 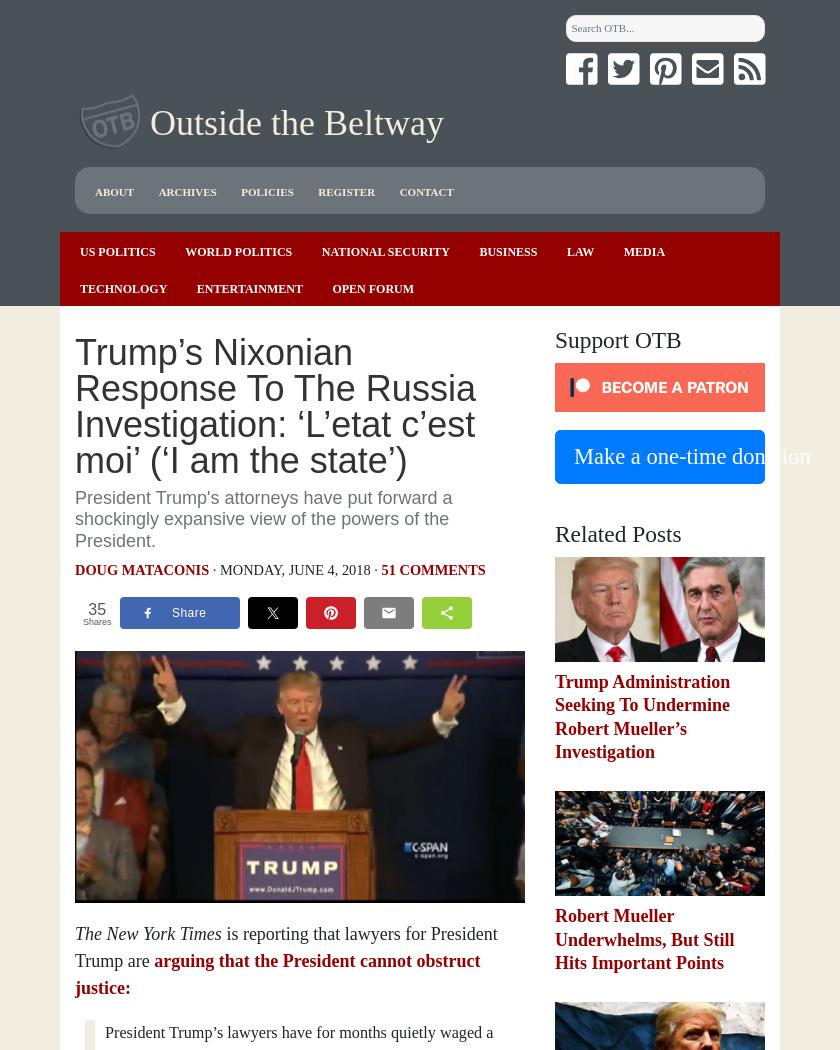 What do you see at coordinates (97, 609) in the screenshot?
I see `'35'` at bounding box center [97, 609].